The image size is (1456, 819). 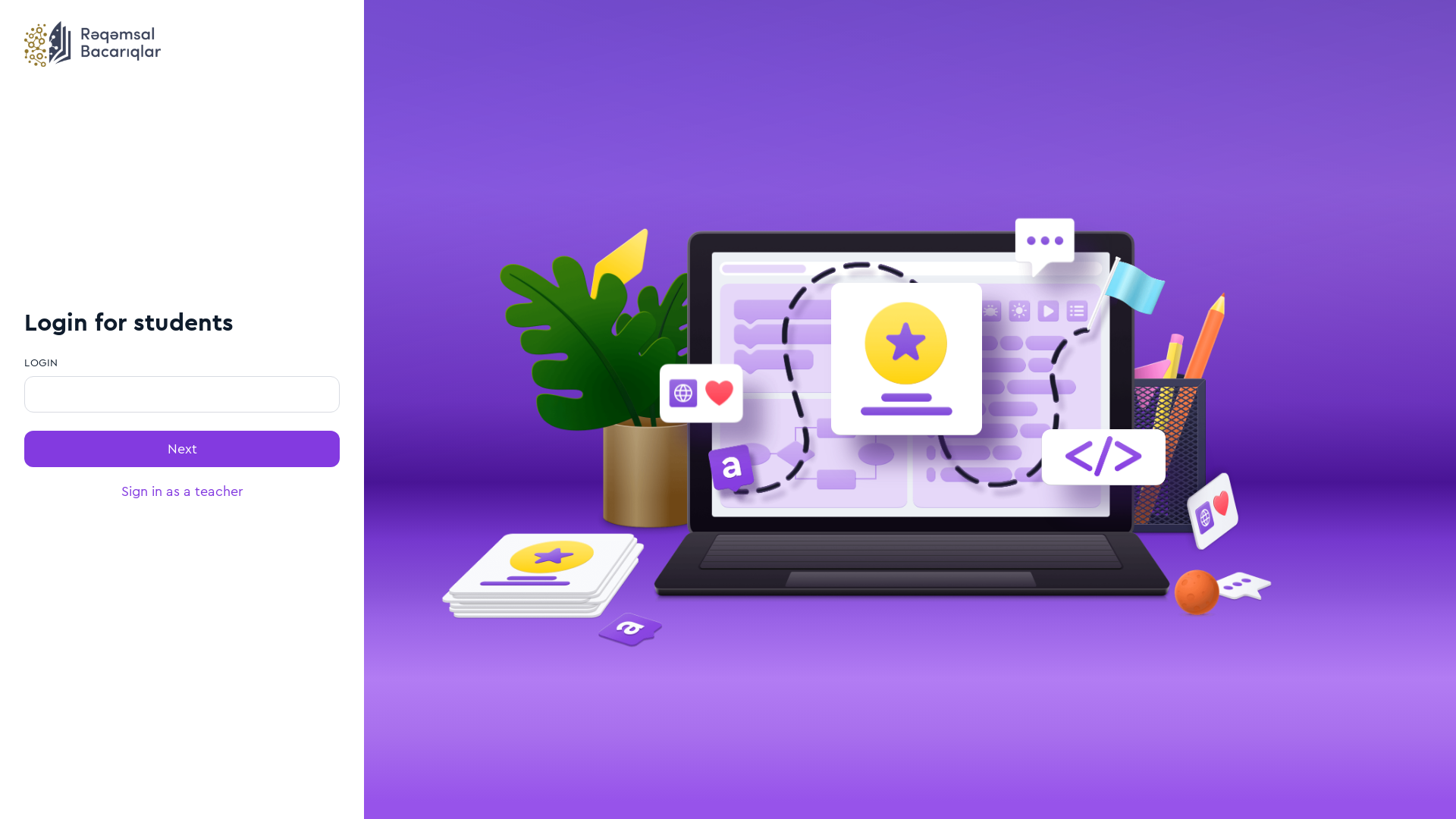 What do you see at coordinates (182, 447) in the screenshot?
I see `'Next'` at bounding box center [182, 447].